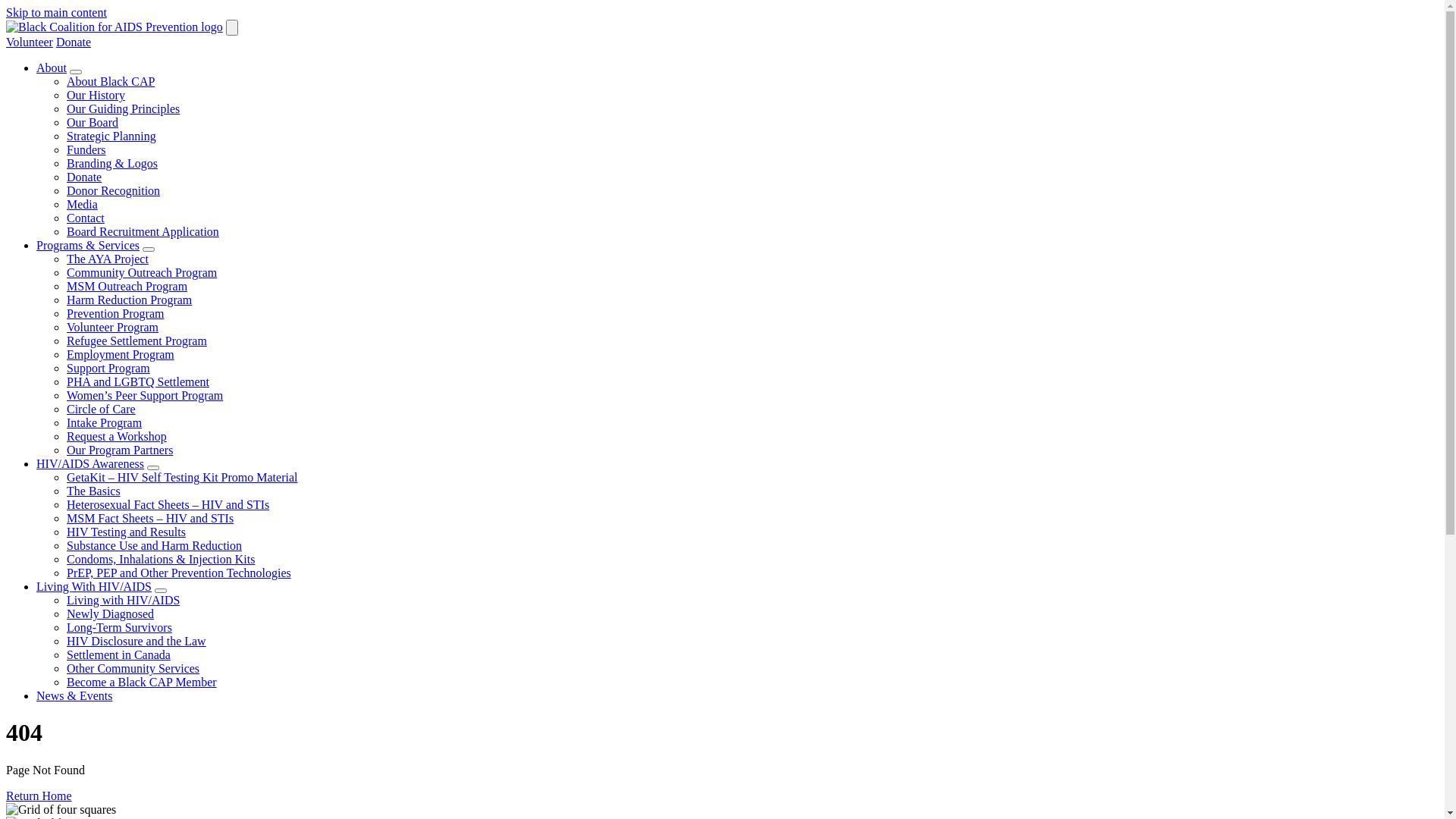  Describe the element at coordinates (136, 340) in the screenshot. I see `'Refugee Settlement Program'` at that location.